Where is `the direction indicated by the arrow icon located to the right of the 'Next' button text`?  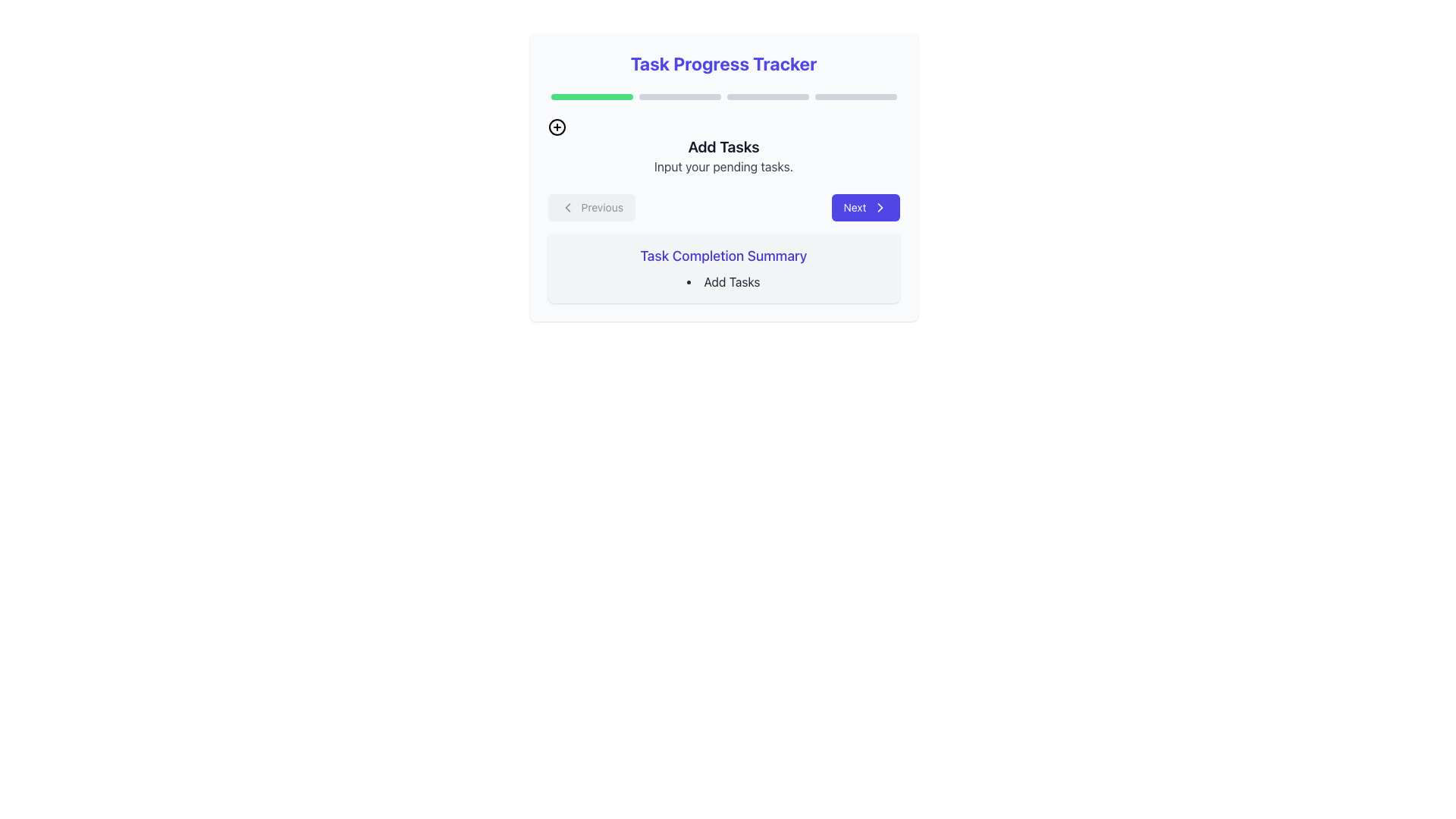
the direction indicated by the arrow icon located to the right of the 'Next' button text is located at coordinates (880, 207).